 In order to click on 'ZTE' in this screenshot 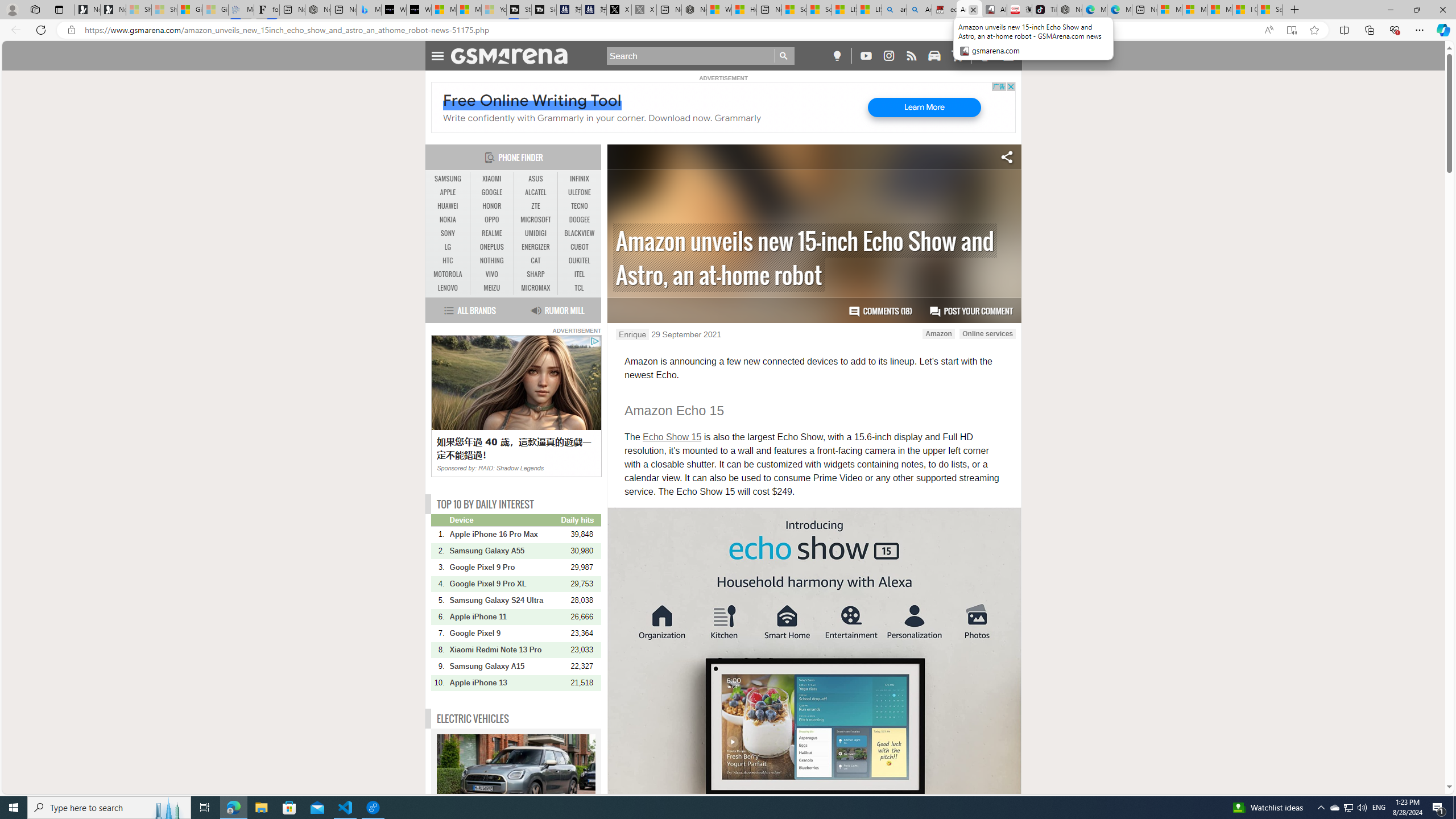, I will do `click(535, 205)`.